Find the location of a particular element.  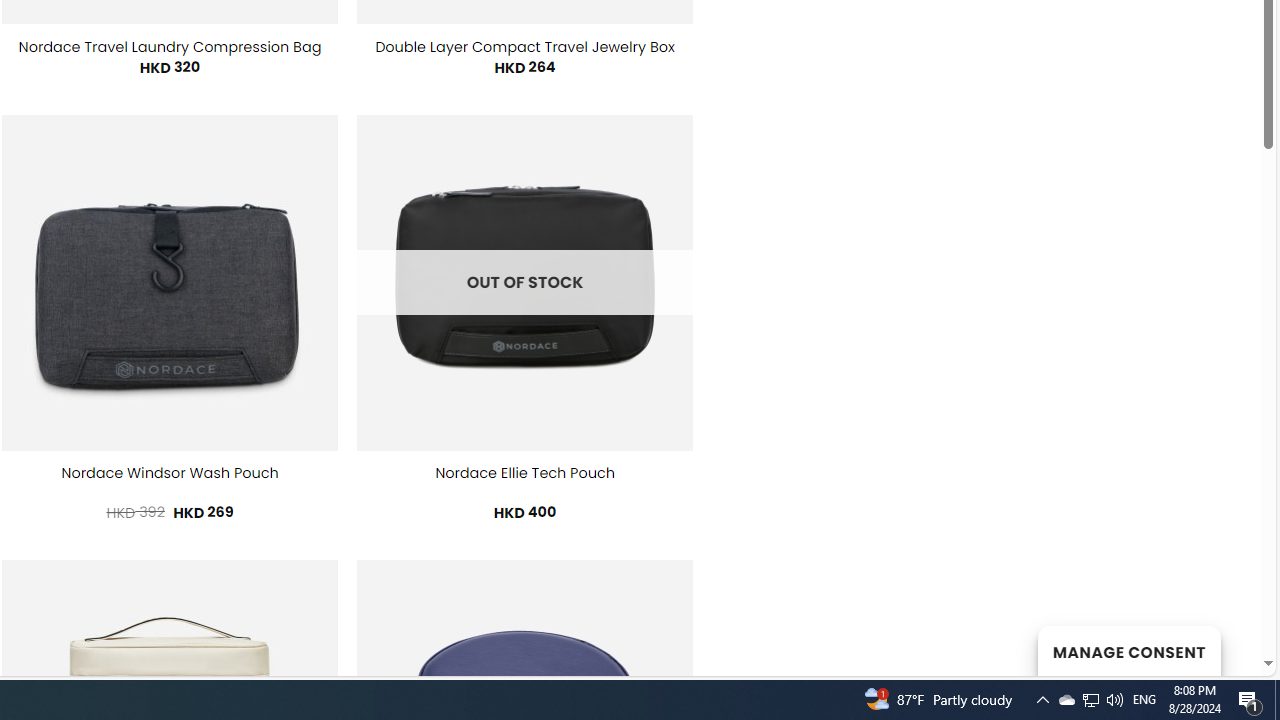

'Double Layer Compact Travel Jewelry Box' is located at coordinates (524, 46).